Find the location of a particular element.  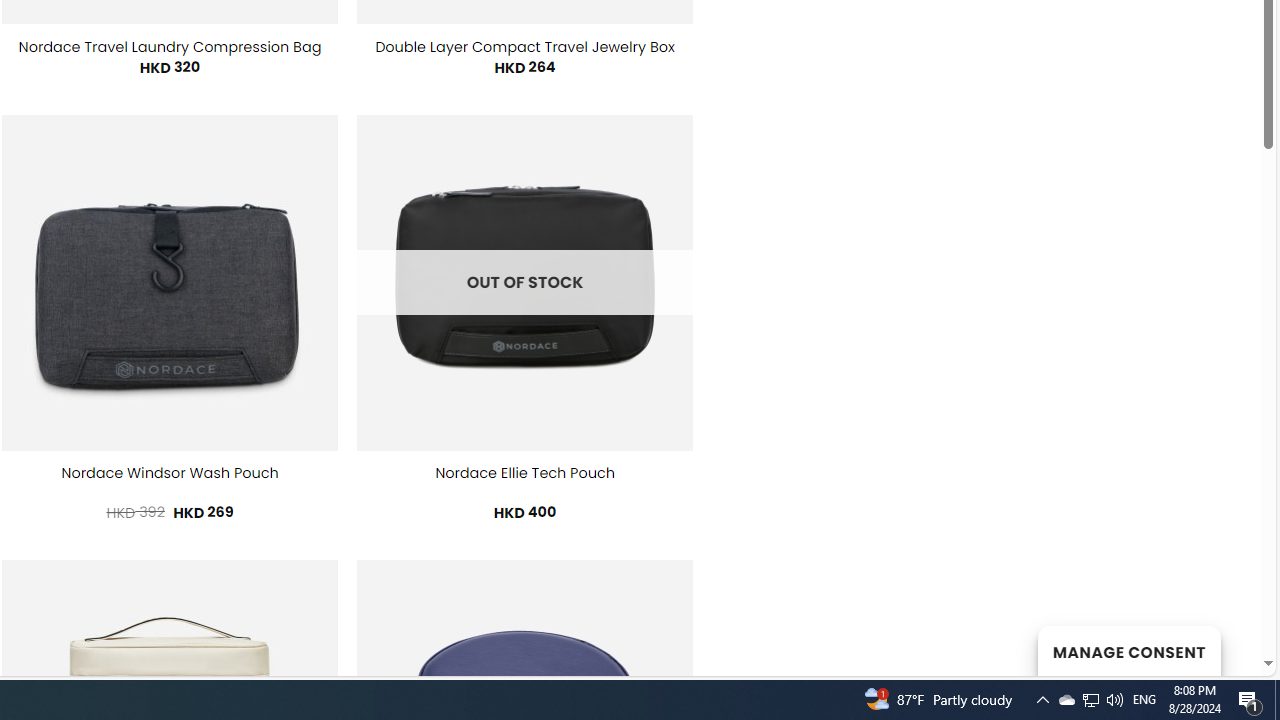

'Double Layer Compact Travel Jewelry Box' is located at coordinates (524, 46).